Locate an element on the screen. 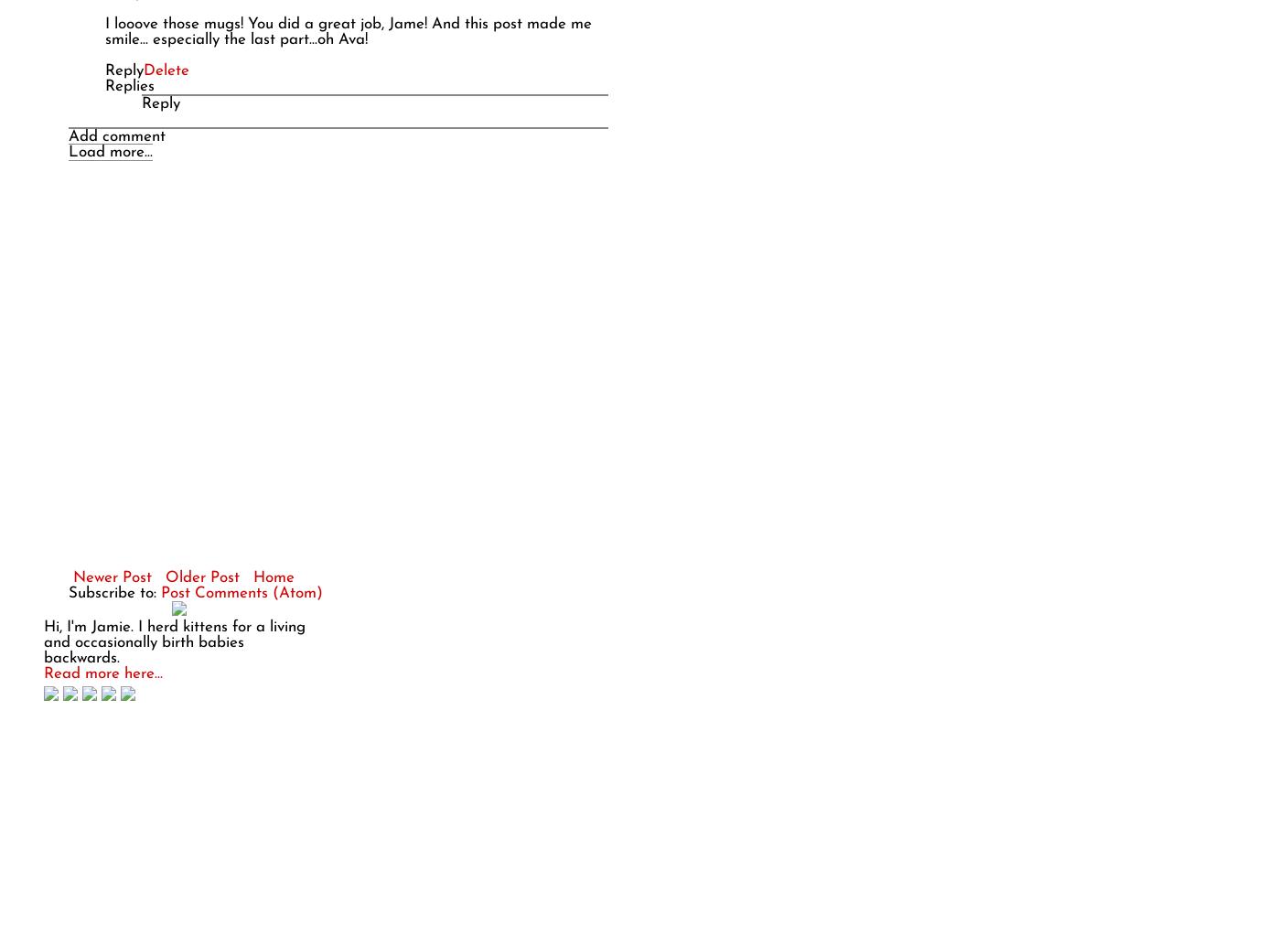  'Subscribe to:' is located at coordinates (114, 592).